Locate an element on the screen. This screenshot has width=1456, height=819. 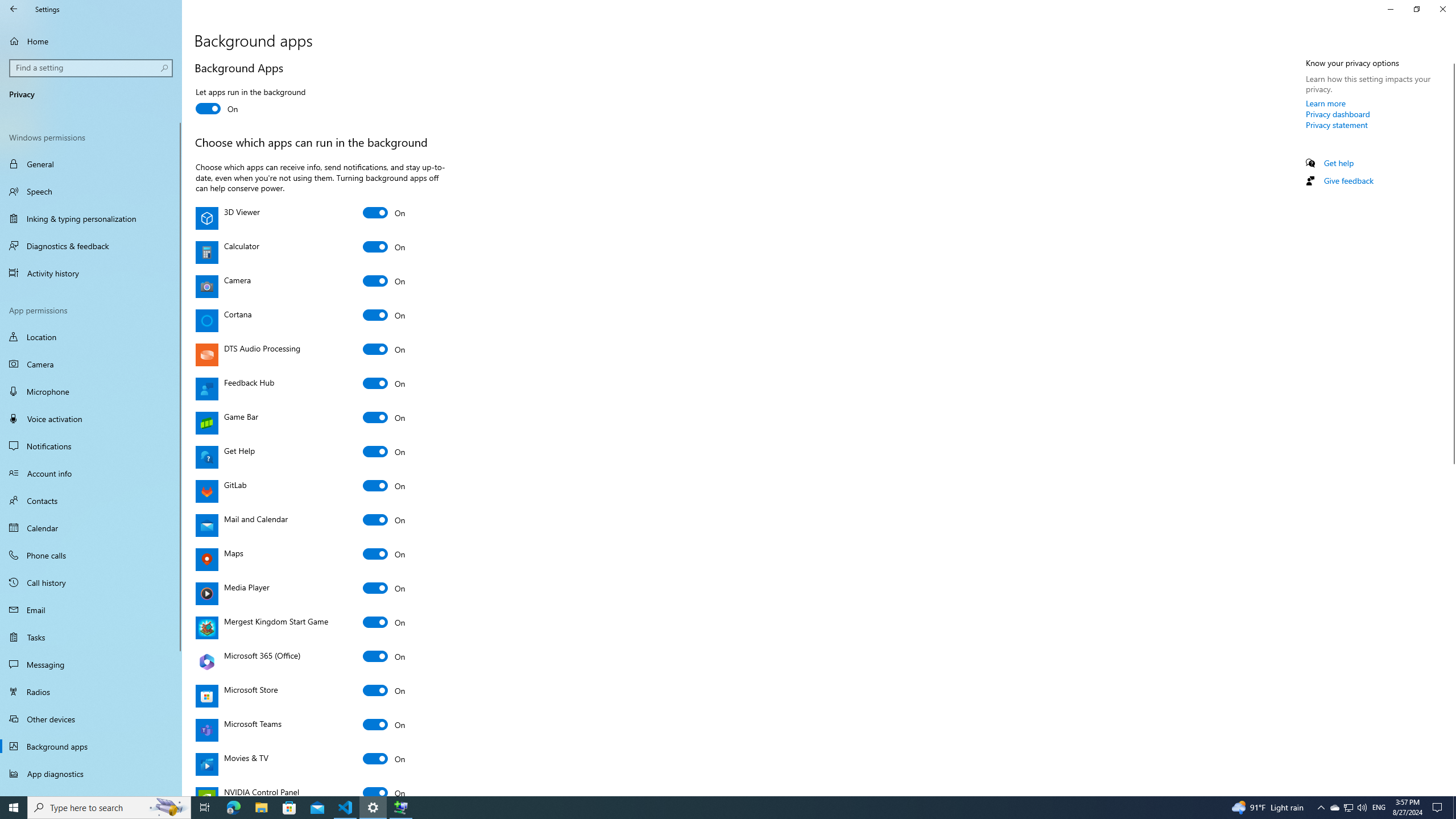
'3D Viewer' is located at coordinates (383, 213).